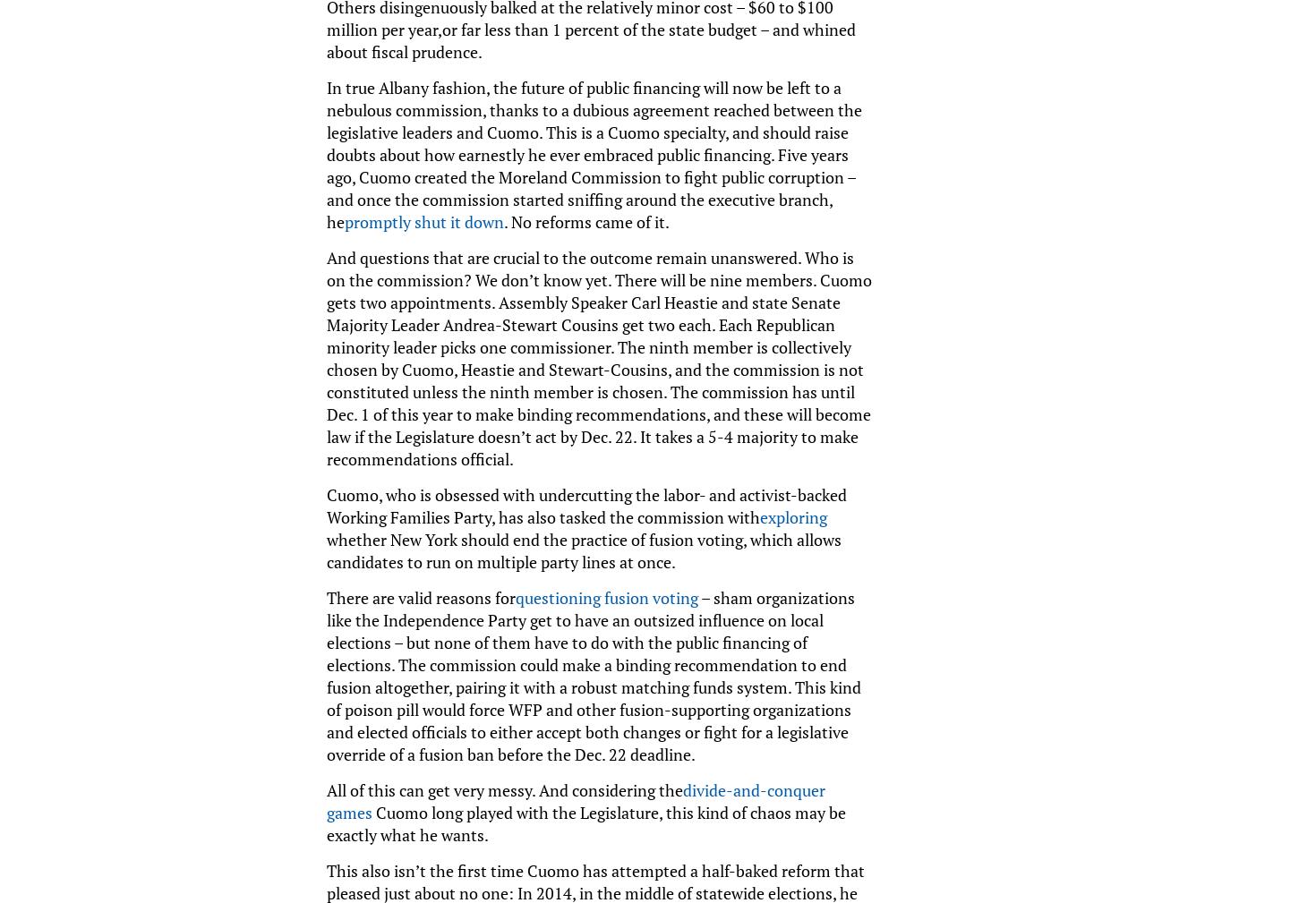 The image size is (1316, 903). What do you see at coordinates (605, 597) in the screenshot?
I see `'questioning fusion voting'` at bounding box center [605, 597].